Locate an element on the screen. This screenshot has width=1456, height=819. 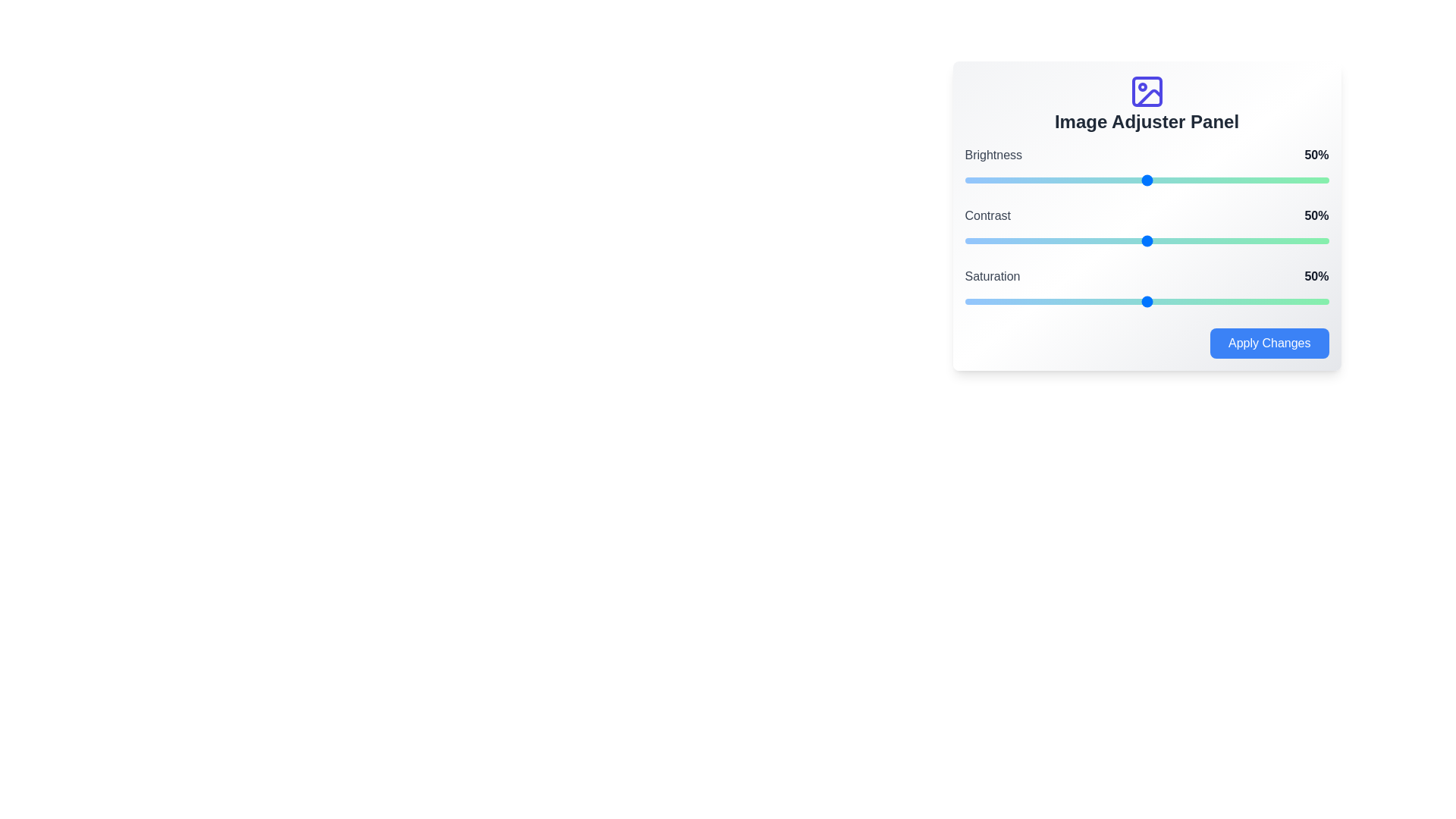
the saturation slider to 1% is located at coordinates (968, 301).